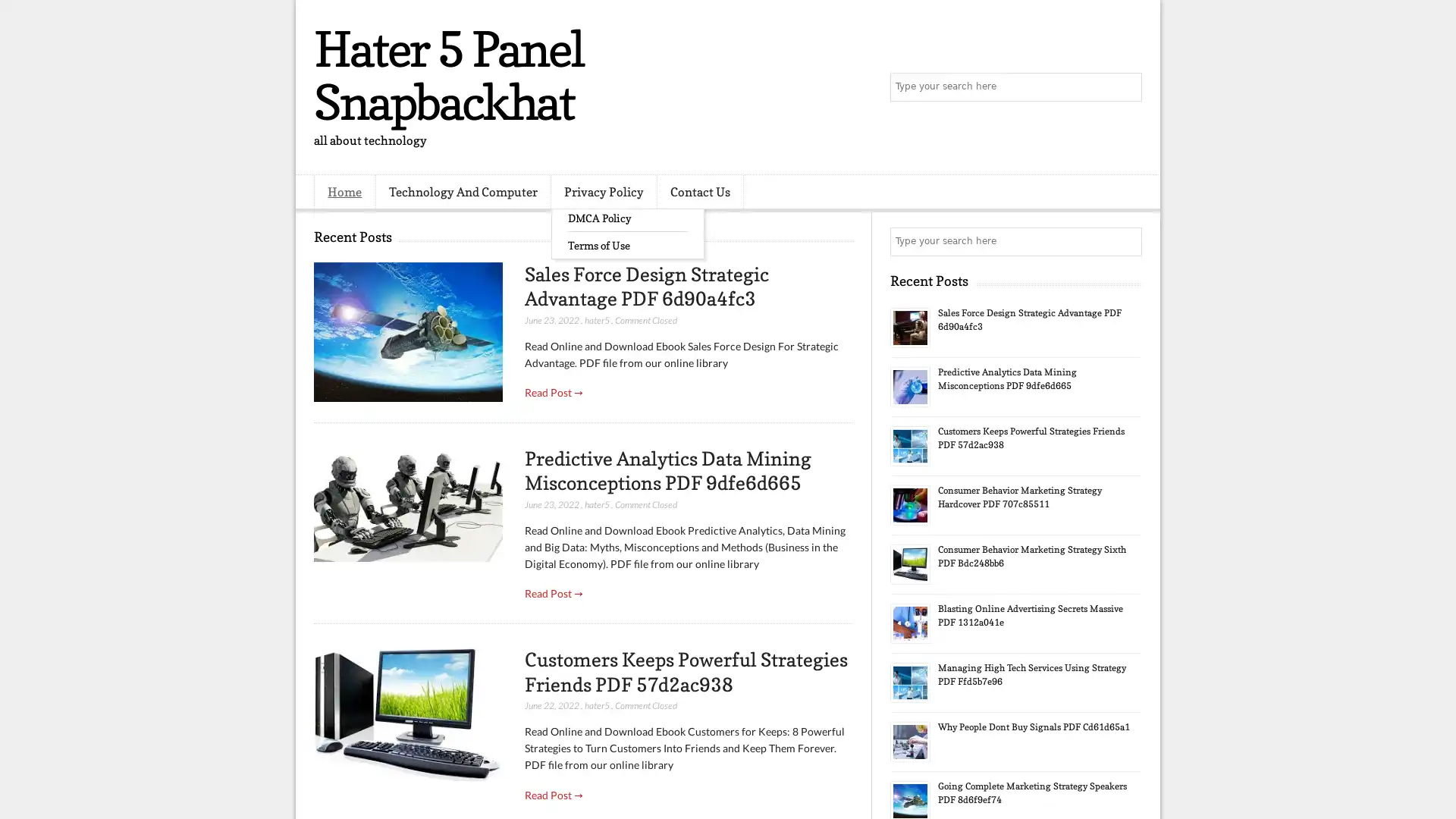 The height and width of the screenshot is (819, 1456). What do you see at coordinates (1126, 241) in the screenshot?
I see `Search` at bounding box center [1126, 241].